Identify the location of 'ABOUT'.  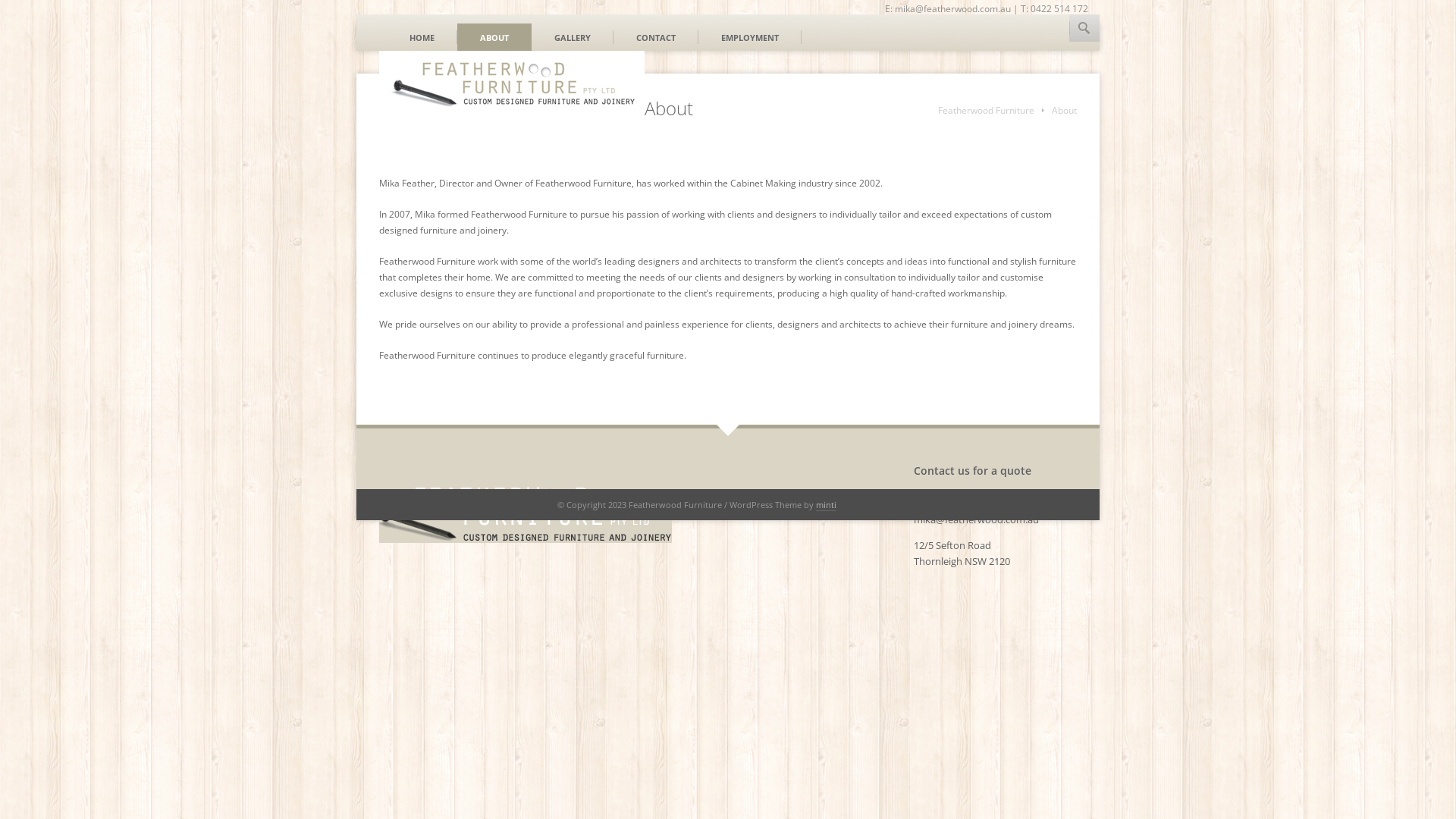
(494, 36).